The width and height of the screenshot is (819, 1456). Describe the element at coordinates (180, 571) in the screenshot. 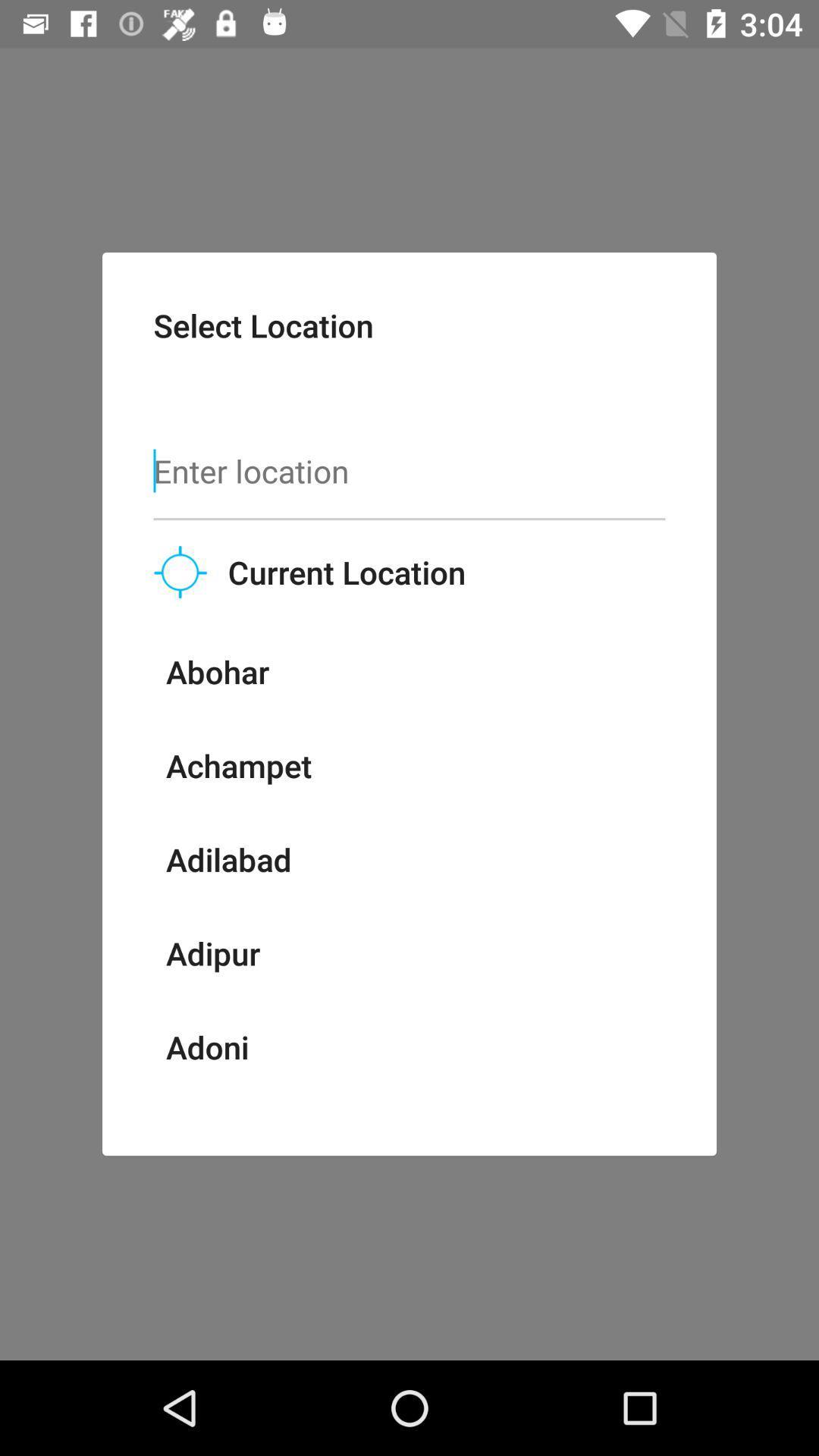

I see `item next to the current location icon` at that location.